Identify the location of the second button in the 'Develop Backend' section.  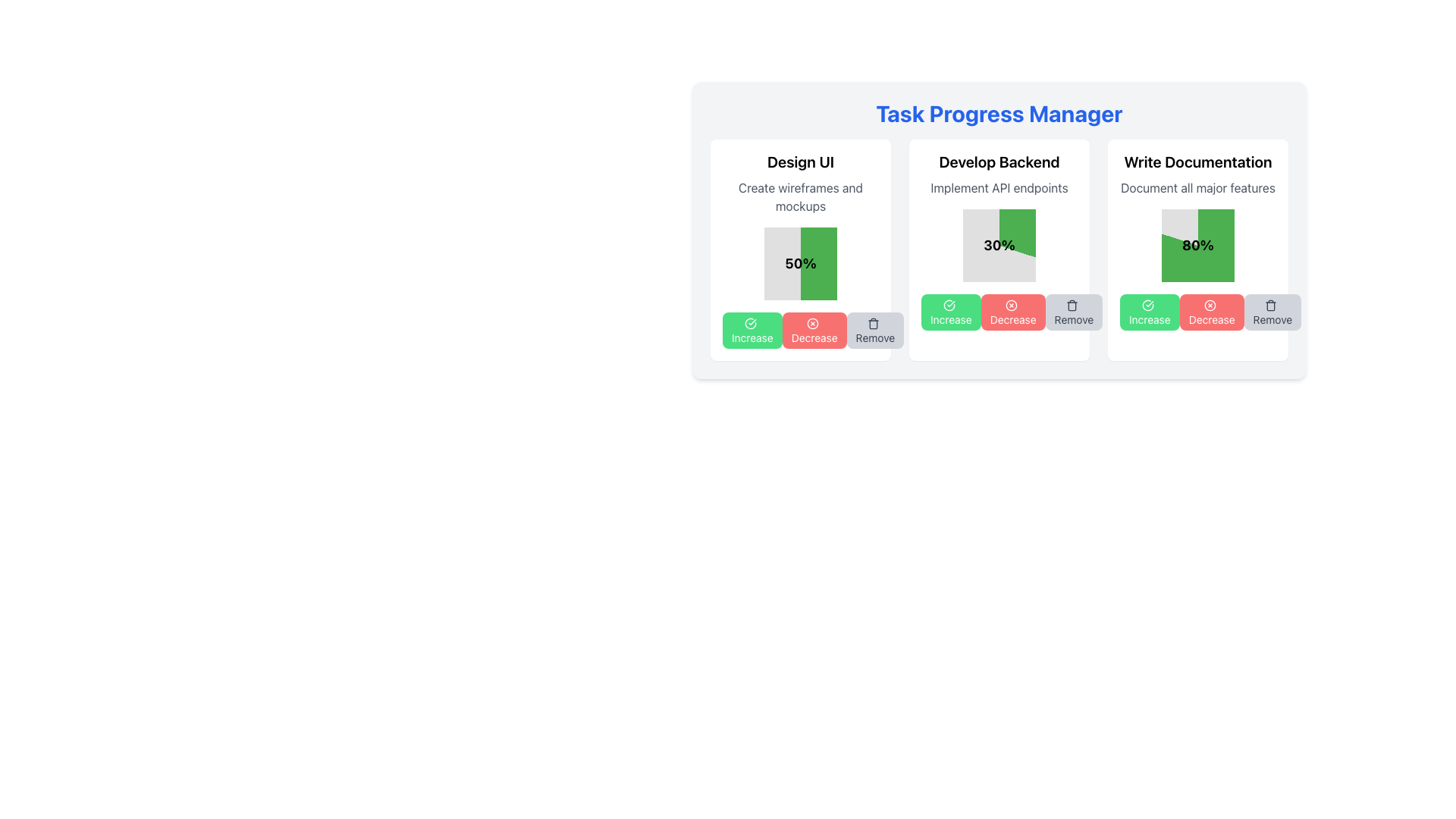
(1013, 312).